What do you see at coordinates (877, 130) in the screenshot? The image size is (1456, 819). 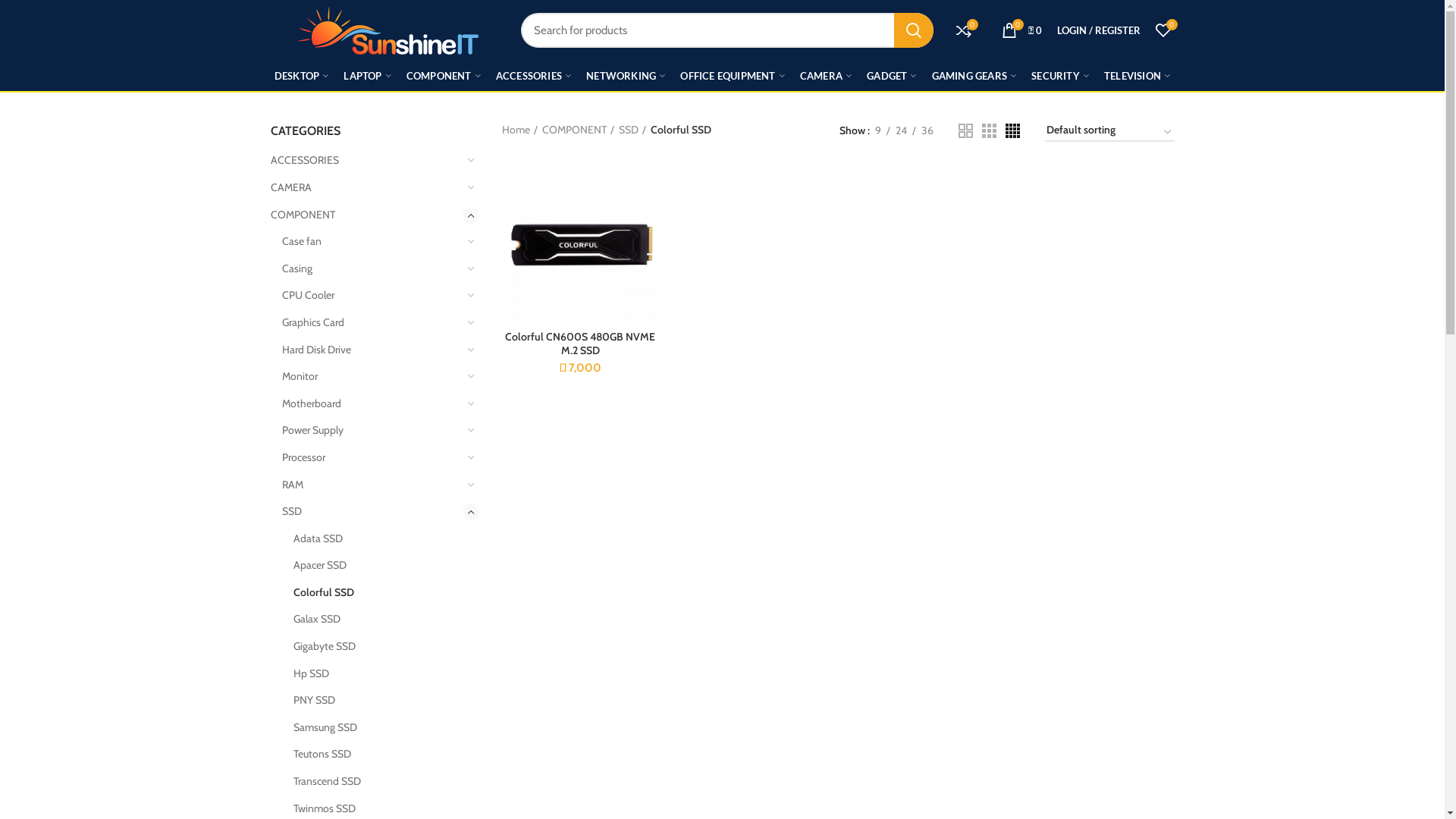 I see `'9'` at bounding box center [877, 130].